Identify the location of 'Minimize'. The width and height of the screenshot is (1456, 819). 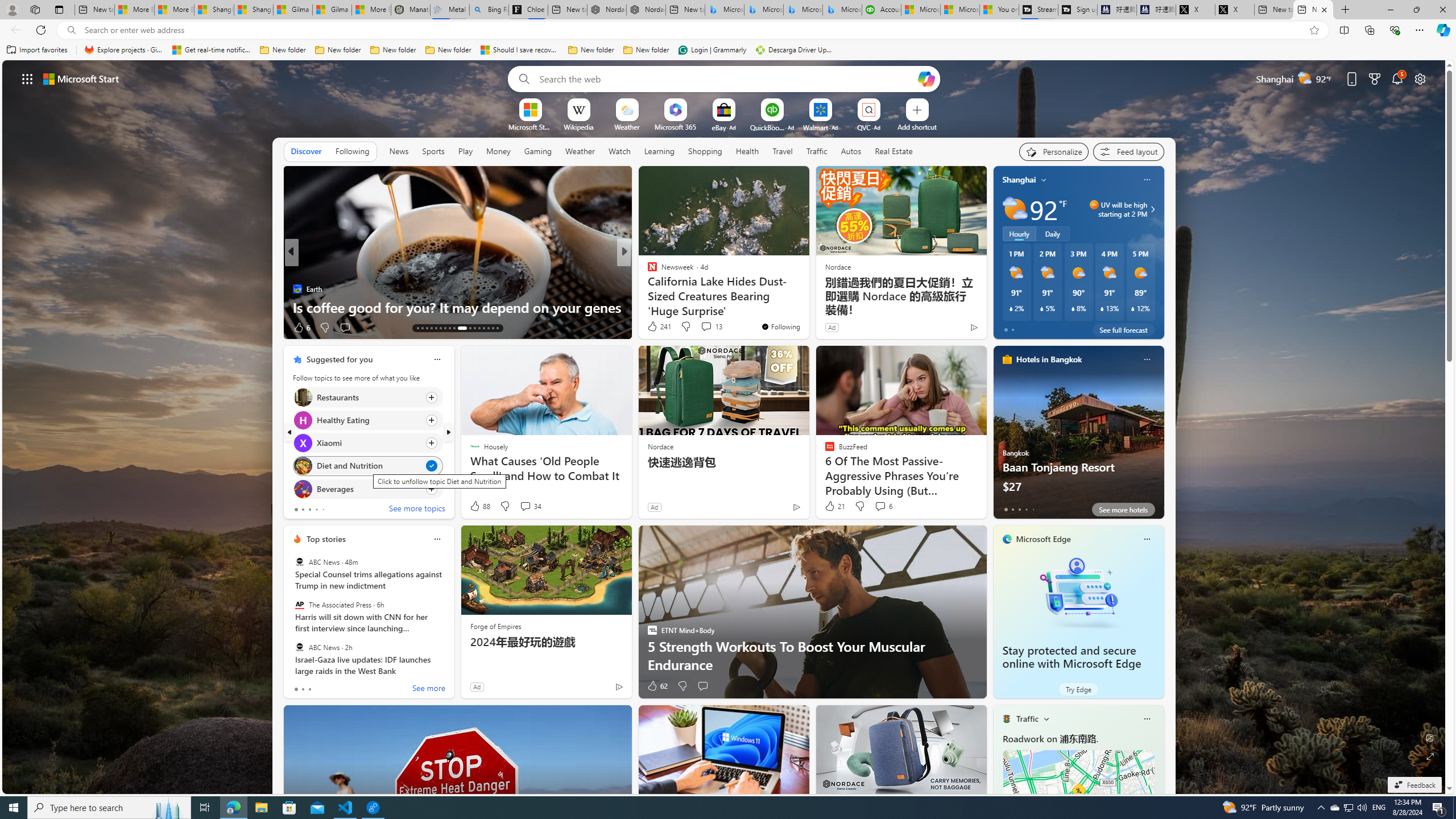
(1389, 9).